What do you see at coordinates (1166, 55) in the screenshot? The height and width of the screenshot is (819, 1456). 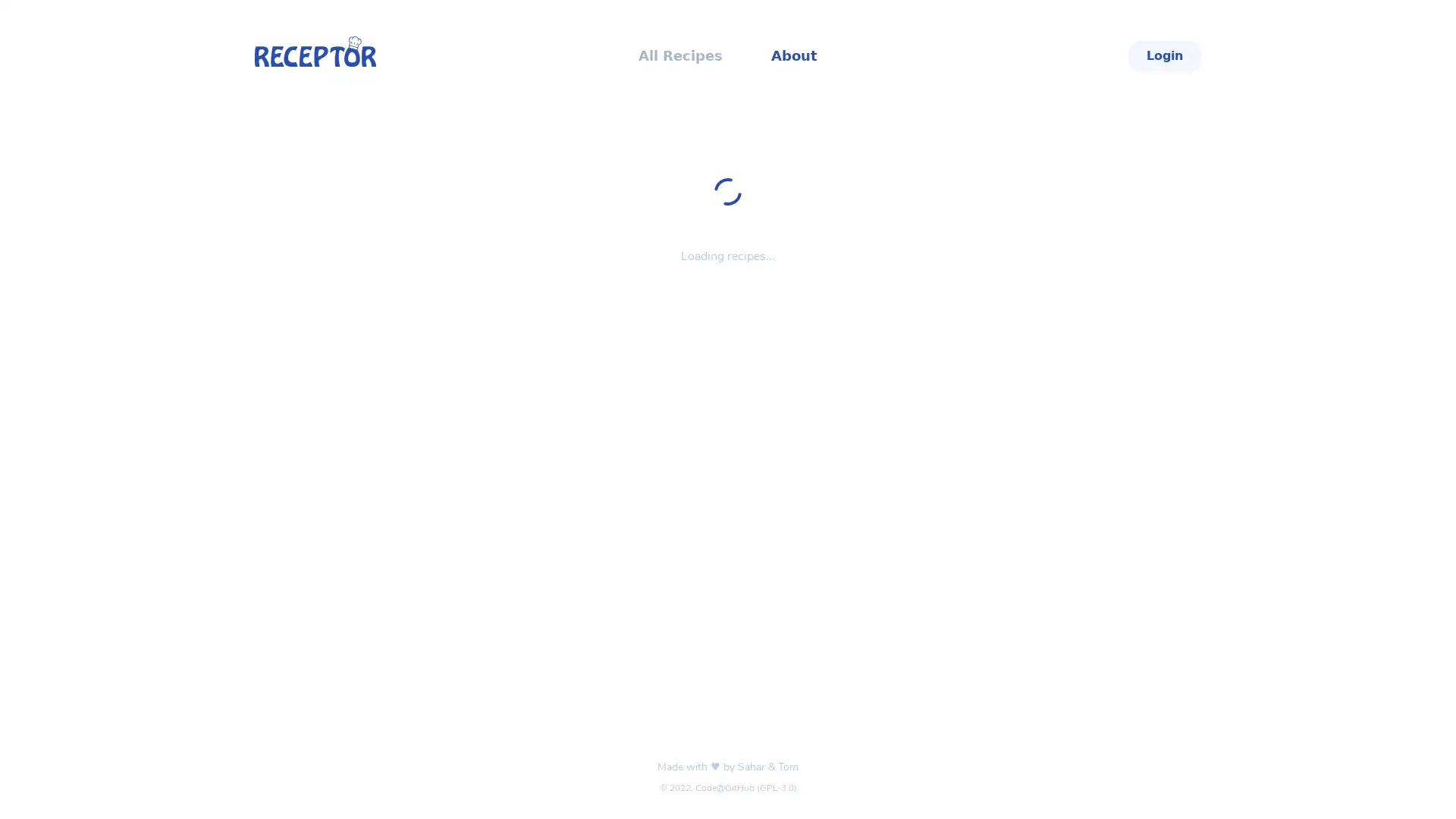 I see `Login` at bounding box center [1166, 55].